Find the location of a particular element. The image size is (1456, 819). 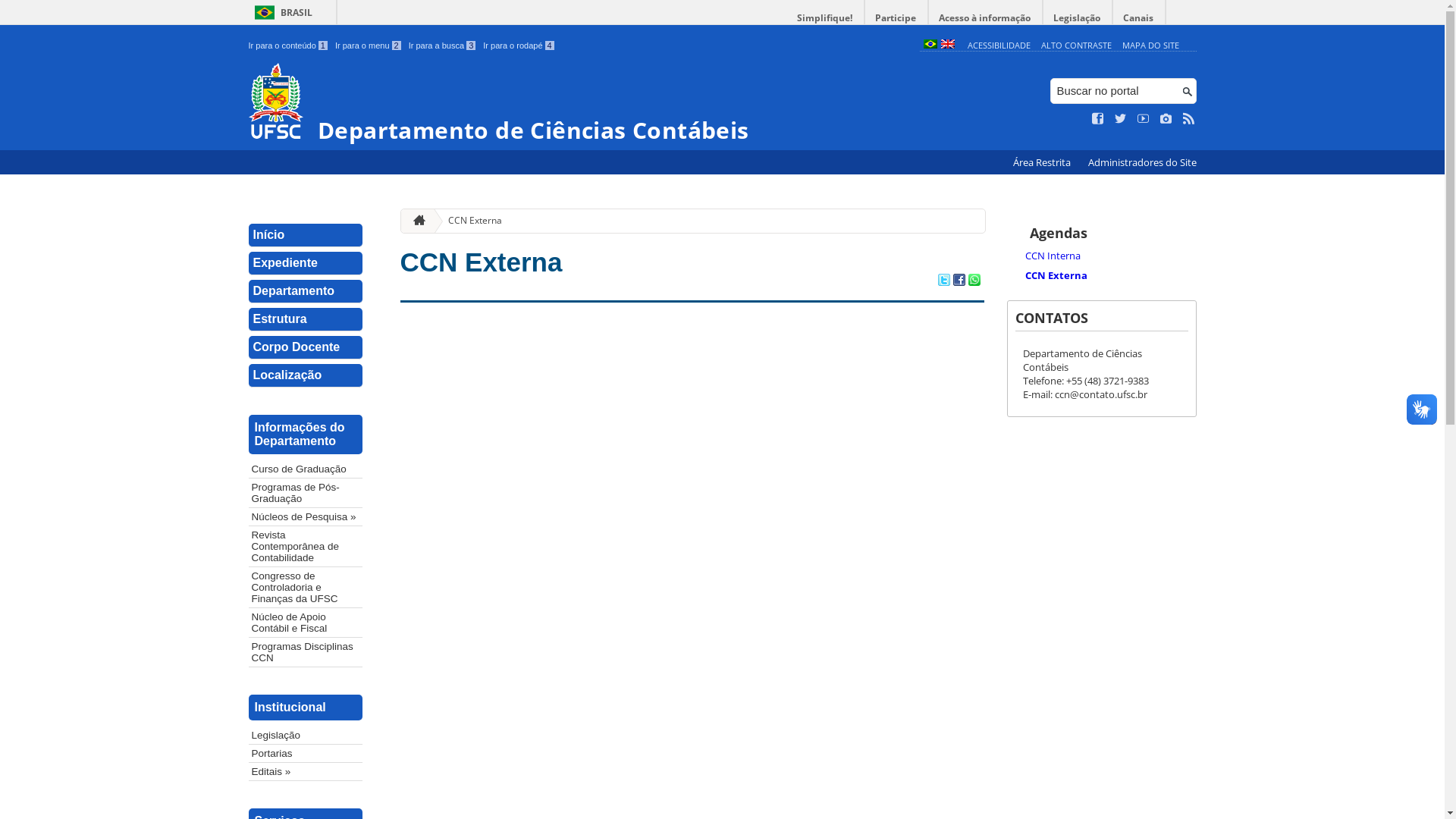

'Compartilhar no Facebook' is located at coordinates (957, 281).